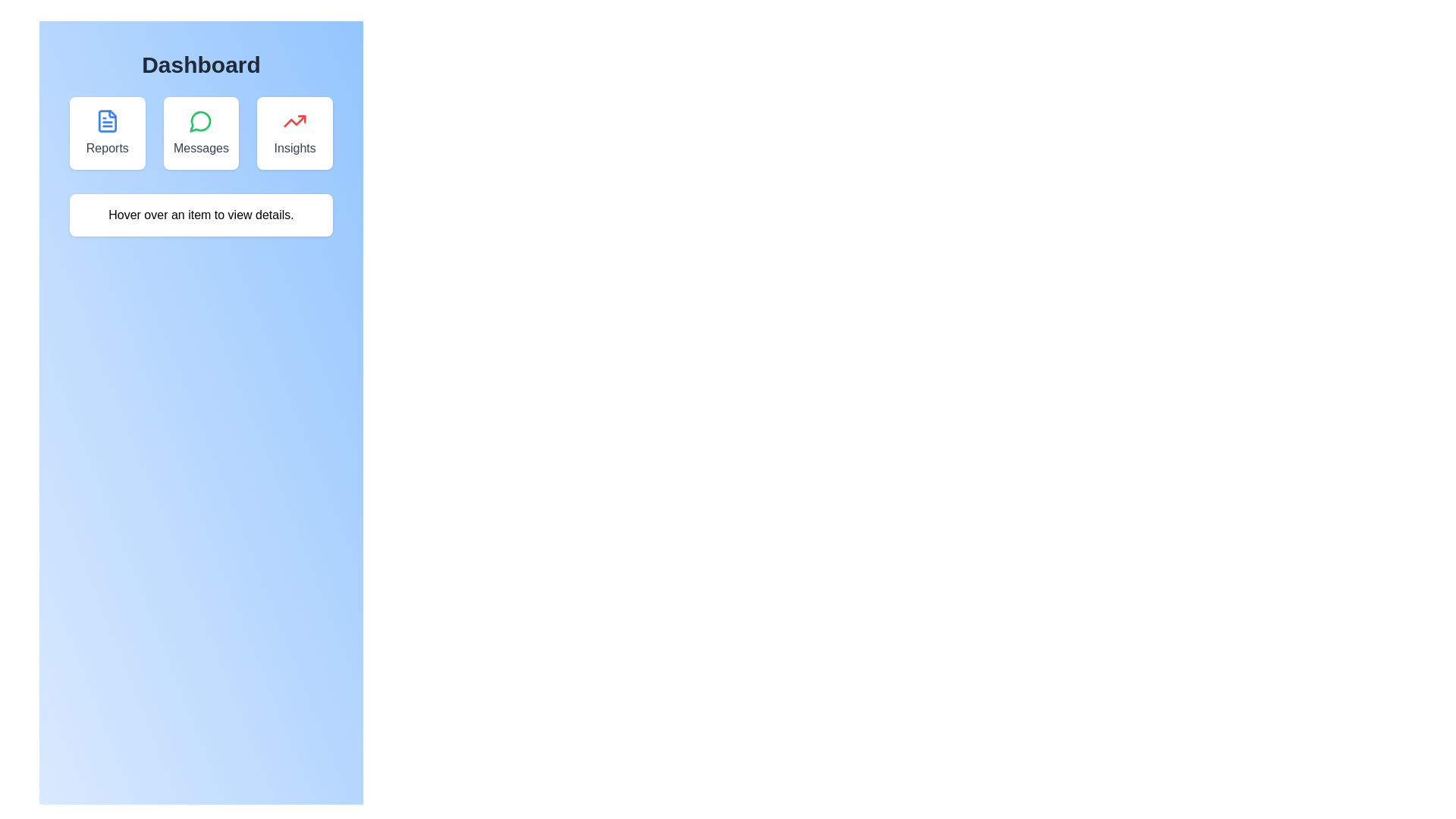 This screenshot has width=1456, height=819. What do you see at coordinates (106, 120) in the screenshot?
I see `the 'Reports' icon located at the top left of the dashboard layout, indicating access to the reports feature` at bounding box center [106, 120].